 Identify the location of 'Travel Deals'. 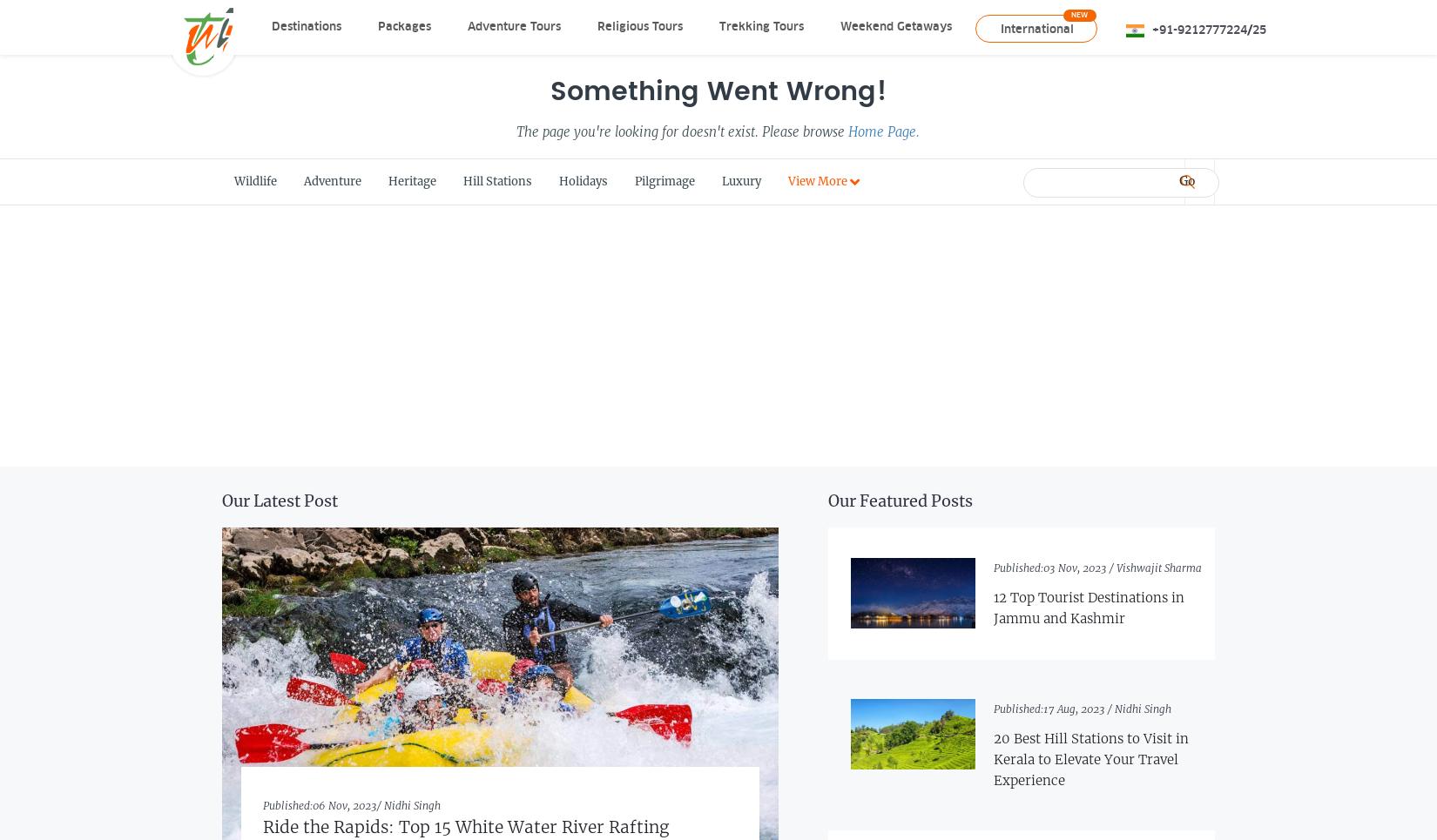
(786, 312).